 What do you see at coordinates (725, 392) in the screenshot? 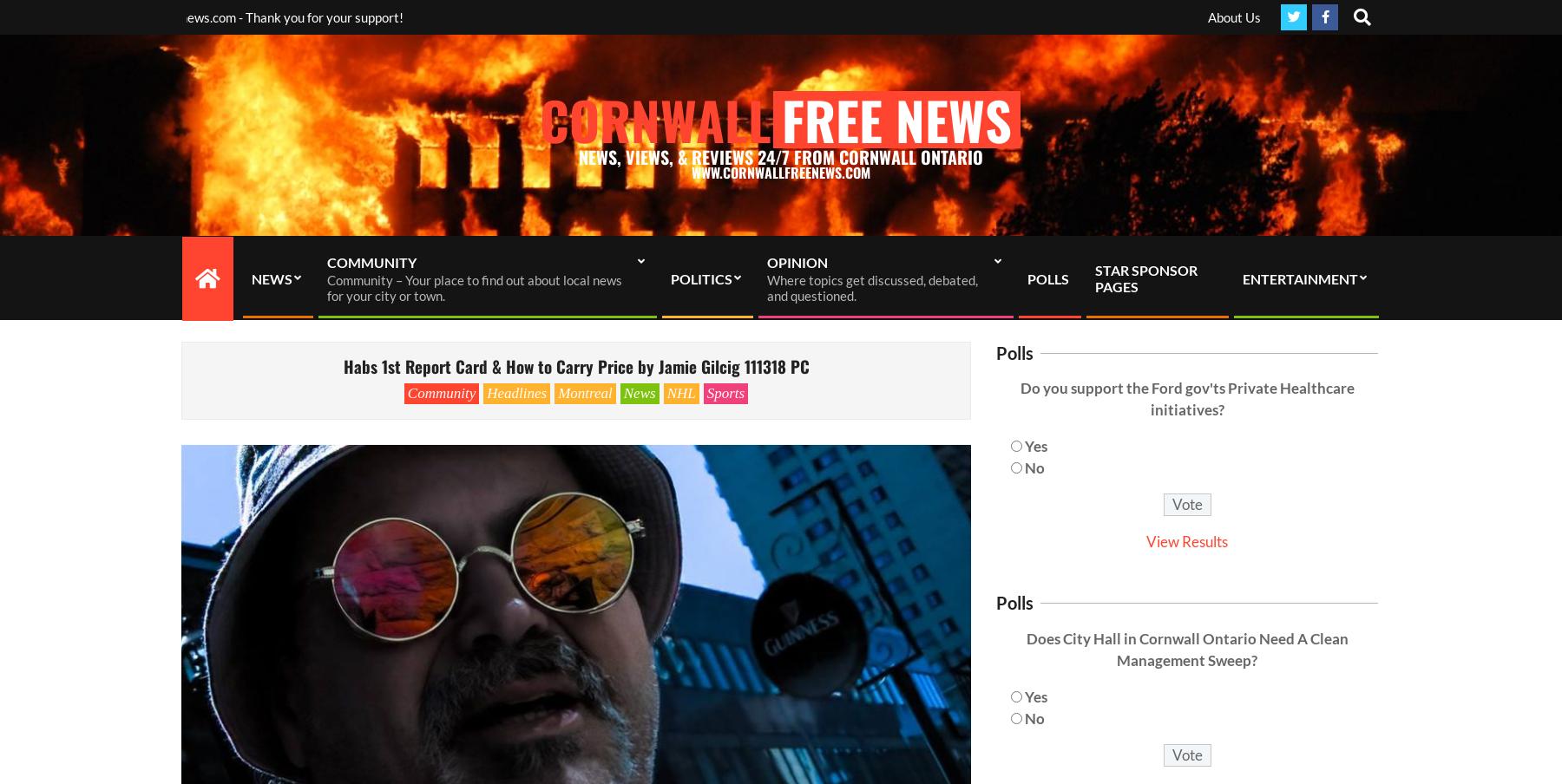
I see `'Sports'` at bounding box center [725, 392].